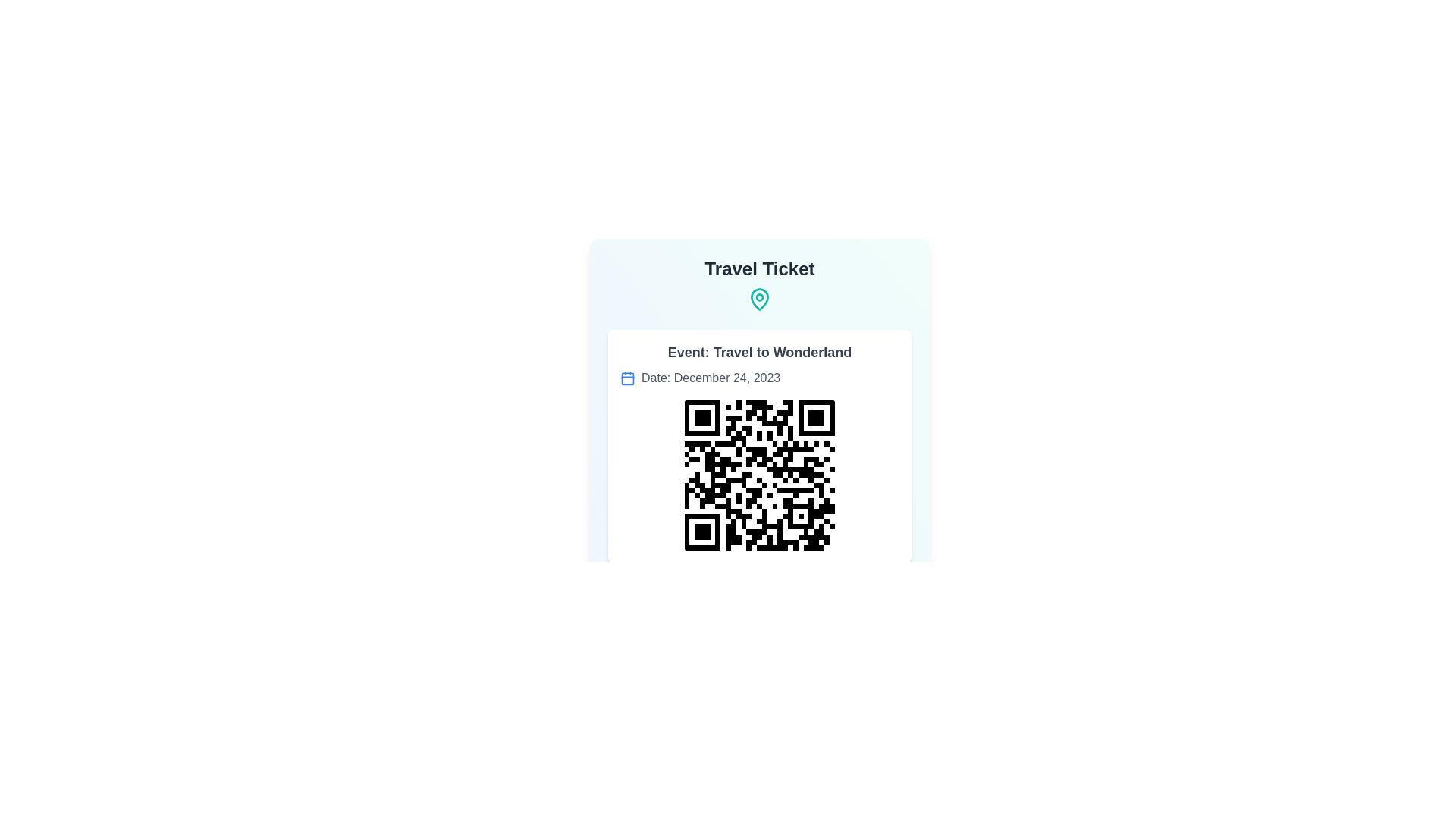  I want to click on the informational line displaying the date 'Date: December 24, 2023', which includes a blue calendar icon on the left and is centrally aligned below the event description, so click(760, 377).